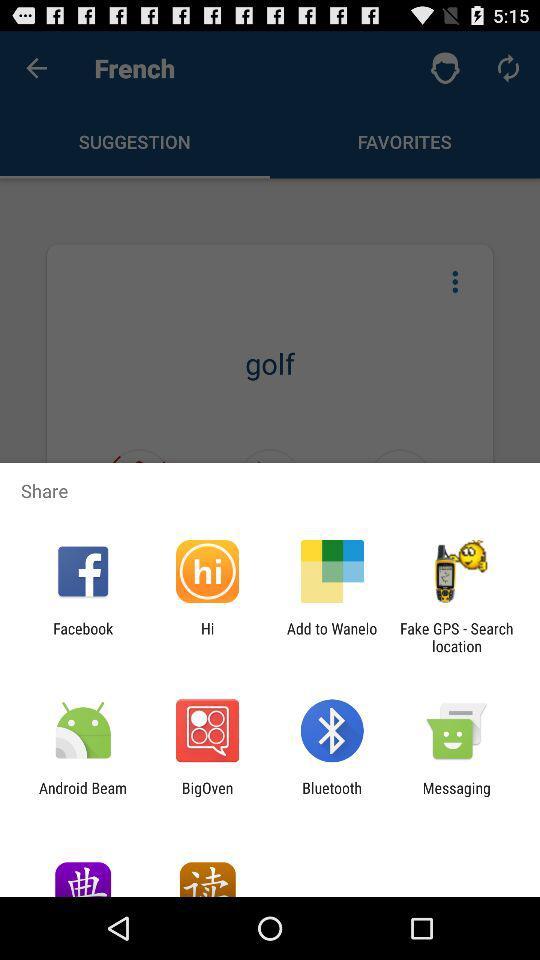 This screenshot has width=540, height=960. What do you see at coordinates (332, 636) in the screenshot?
I see `the app to the left of fake gps search icon` at bounding box center [332, 636].